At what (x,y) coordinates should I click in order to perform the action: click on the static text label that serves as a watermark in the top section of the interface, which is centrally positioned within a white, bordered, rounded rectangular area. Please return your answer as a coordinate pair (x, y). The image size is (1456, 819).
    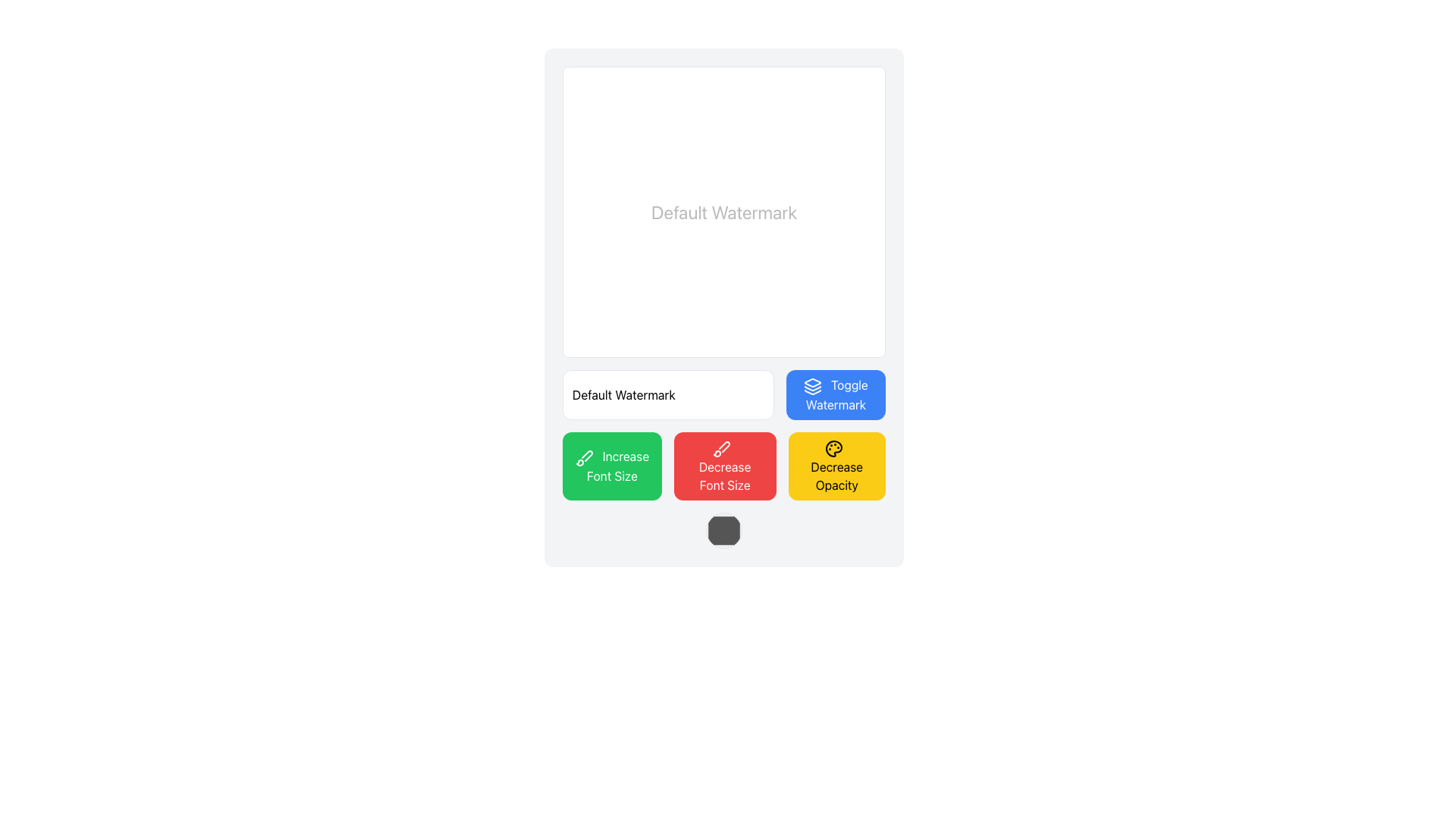
    Looking at the image, I should click on (723, 212).